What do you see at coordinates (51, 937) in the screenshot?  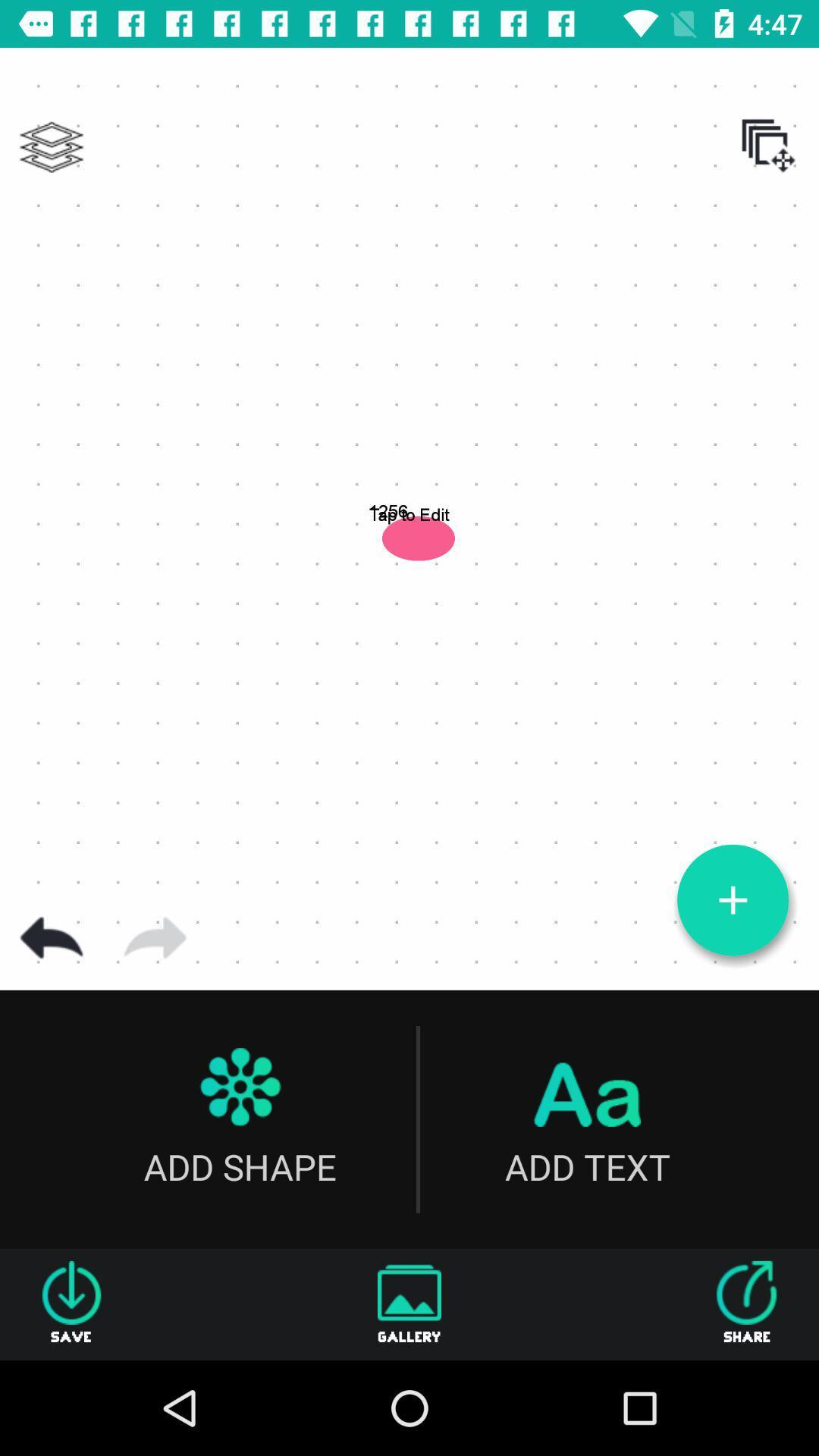 I see `go back` at bounding box center [51, 937].